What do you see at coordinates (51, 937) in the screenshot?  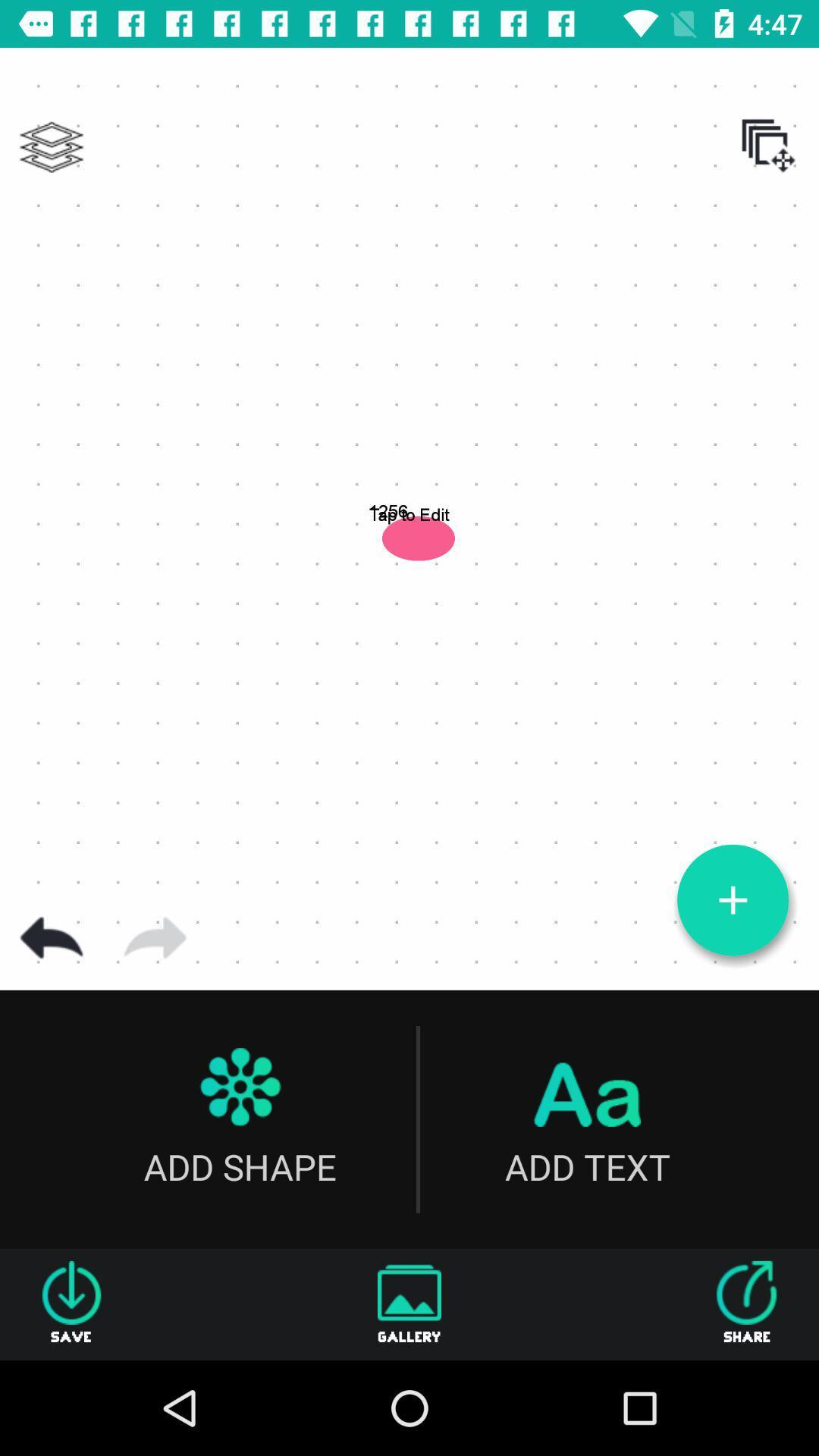 I see `go back` at bounding box center [51, 937].